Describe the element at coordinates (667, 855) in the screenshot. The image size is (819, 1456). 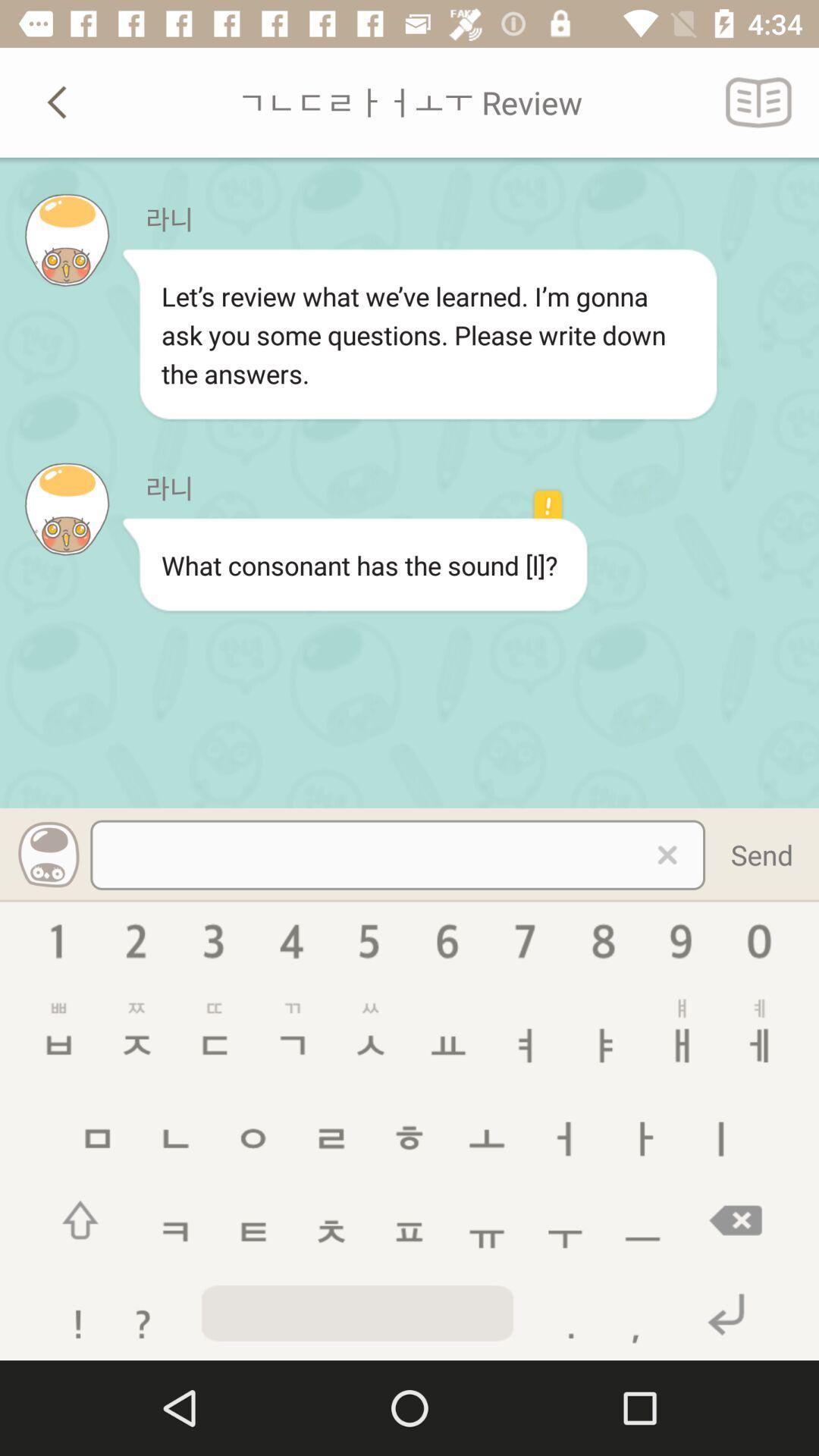
I see `the close icon` at that location.